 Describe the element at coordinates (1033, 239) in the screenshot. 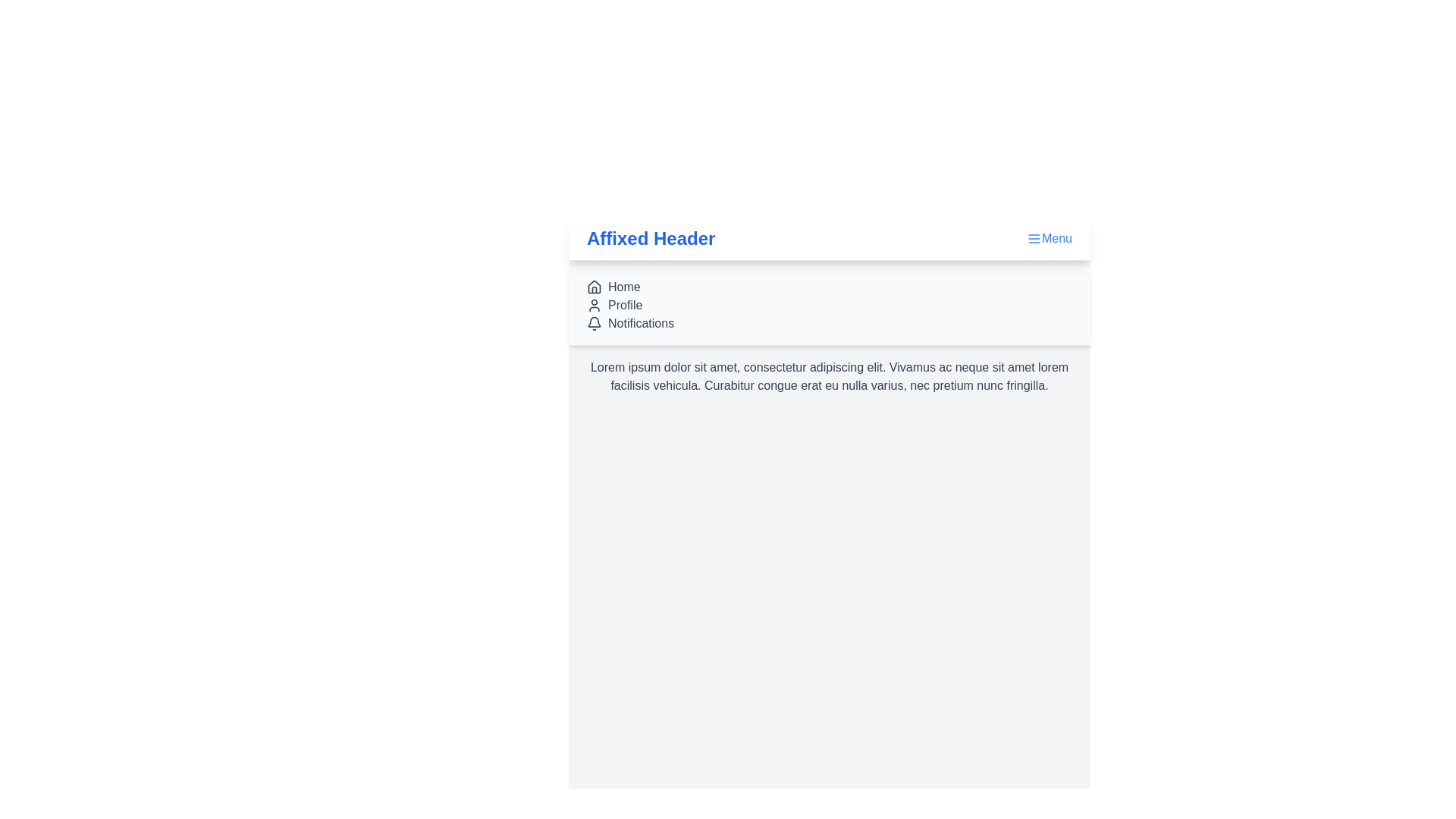

I see `the hamburger menu icon located at the far right of the header section, next to the 'Menu' text label` at that location.